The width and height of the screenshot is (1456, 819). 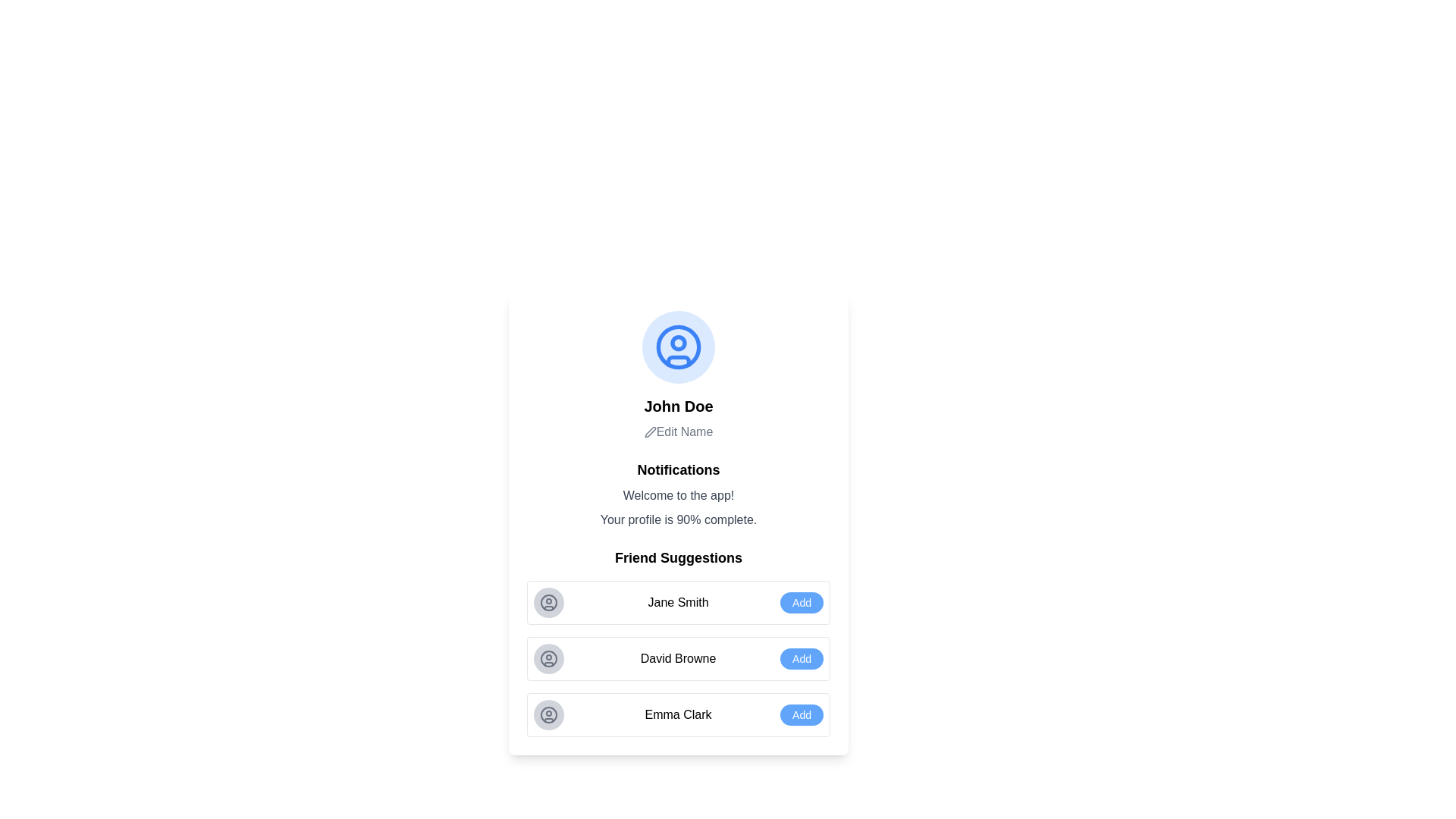 What do you see at coordinates (677, 432) in the screenshot?
I see `the interactive label below the text 'John Doe'` at bounding box center [677, 432].